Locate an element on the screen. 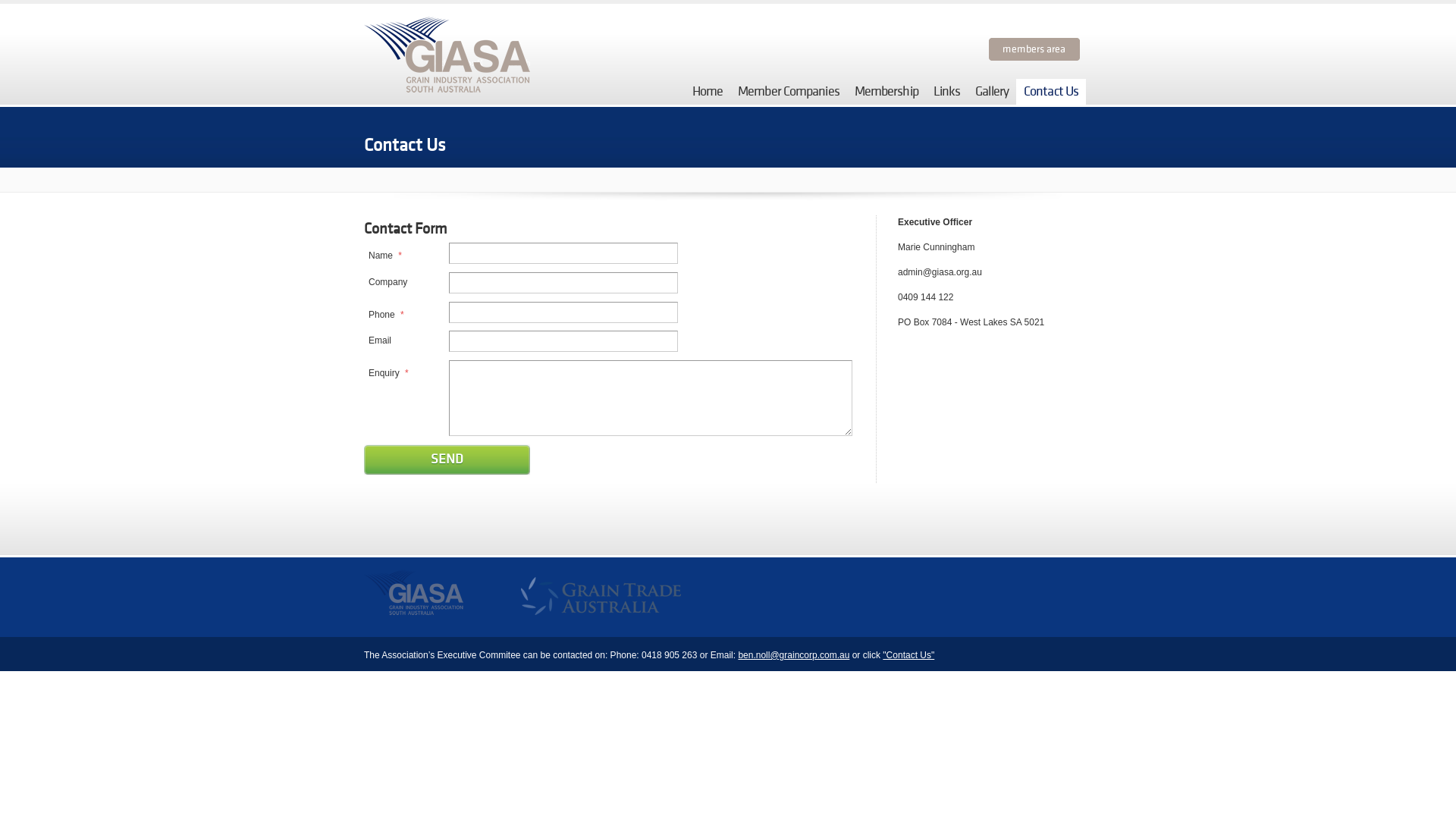 This screenshot has height=819, width=1456. 'ben.noll@graincorp.com.au' is located at coordinates (792, 654).